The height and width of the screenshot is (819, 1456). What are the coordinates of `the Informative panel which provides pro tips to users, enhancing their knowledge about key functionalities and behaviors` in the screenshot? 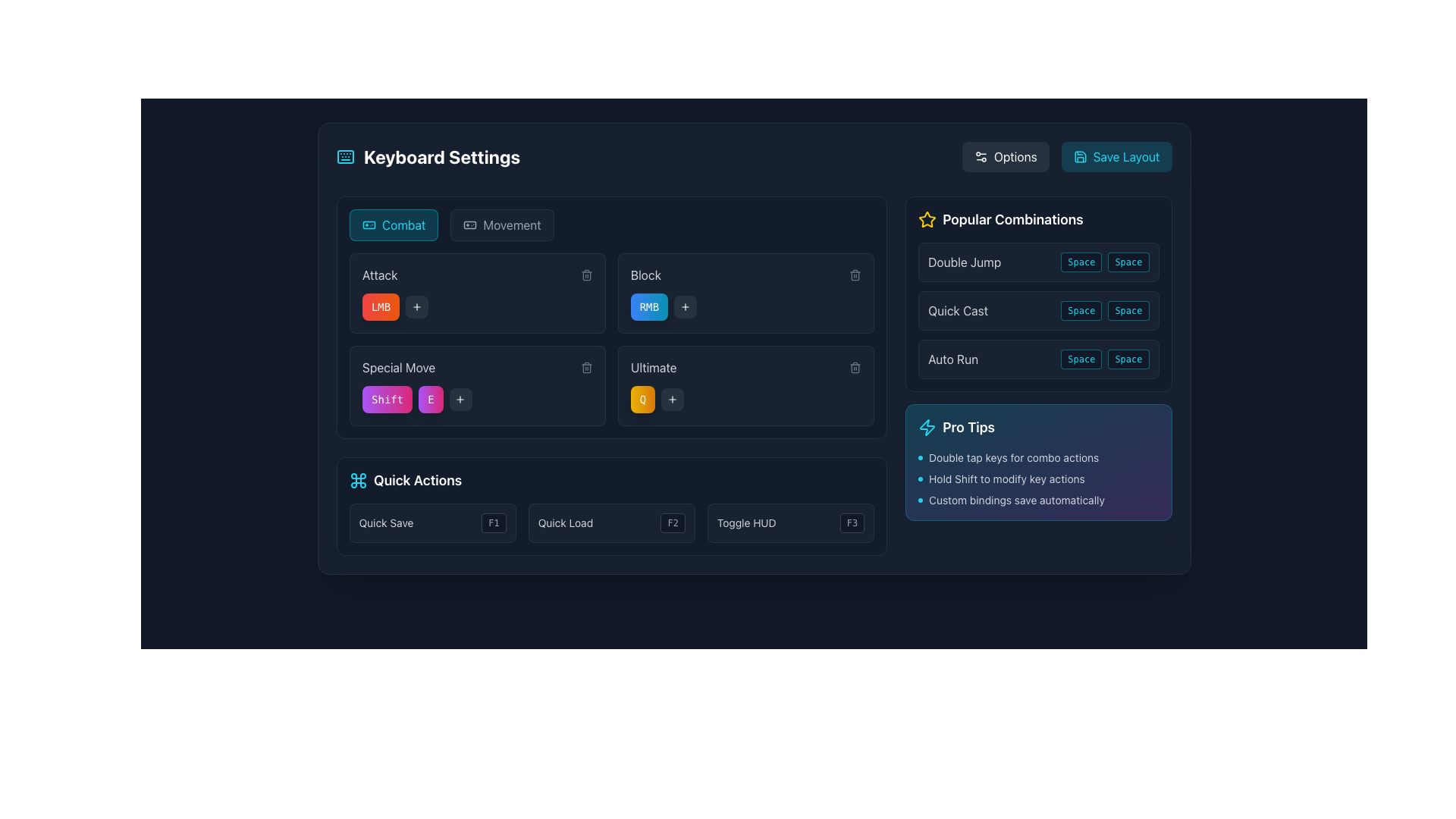 It's located at (1037, 461).